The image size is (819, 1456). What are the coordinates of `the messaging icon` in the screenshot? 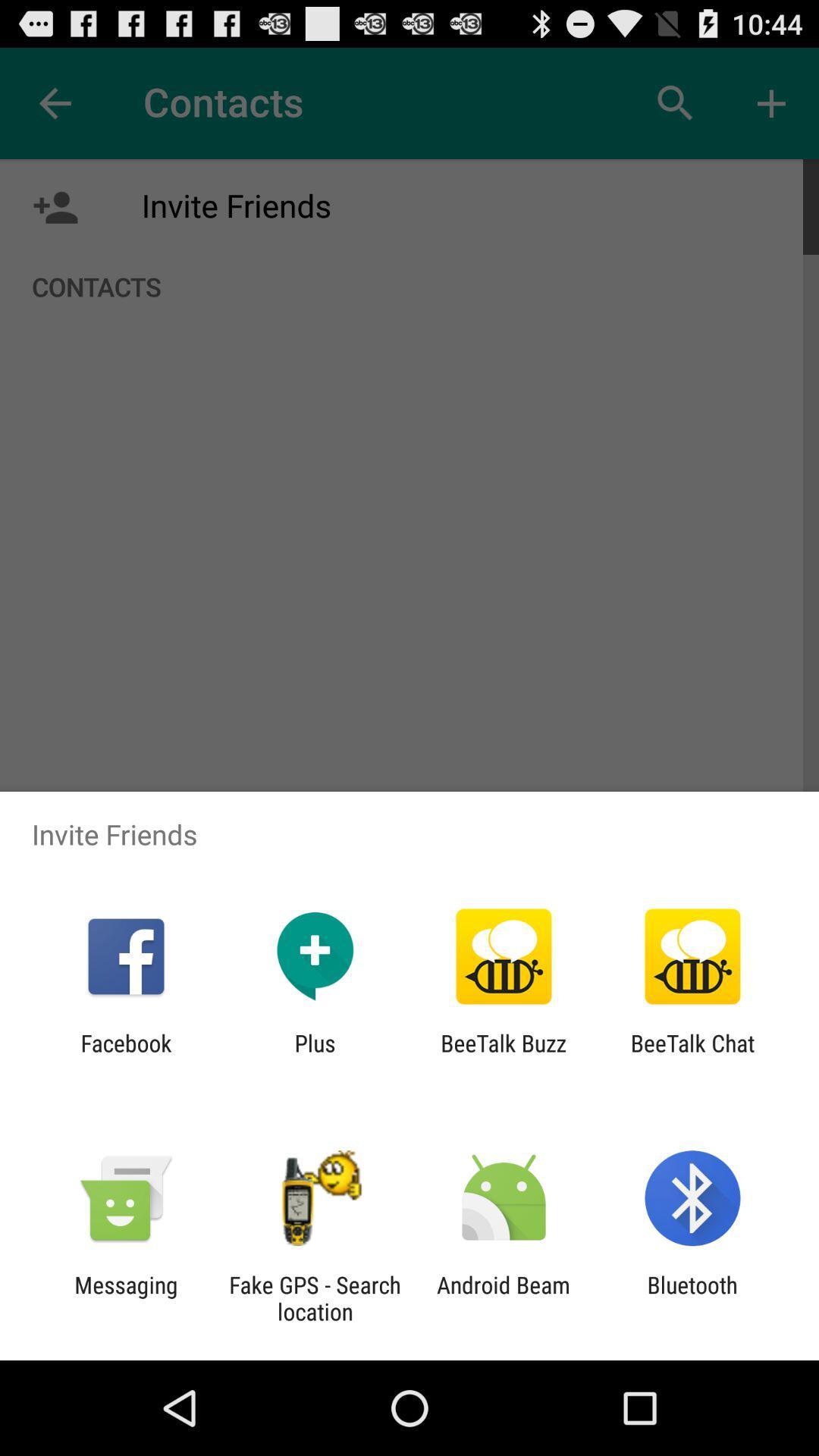 It's located at (125, 1298).